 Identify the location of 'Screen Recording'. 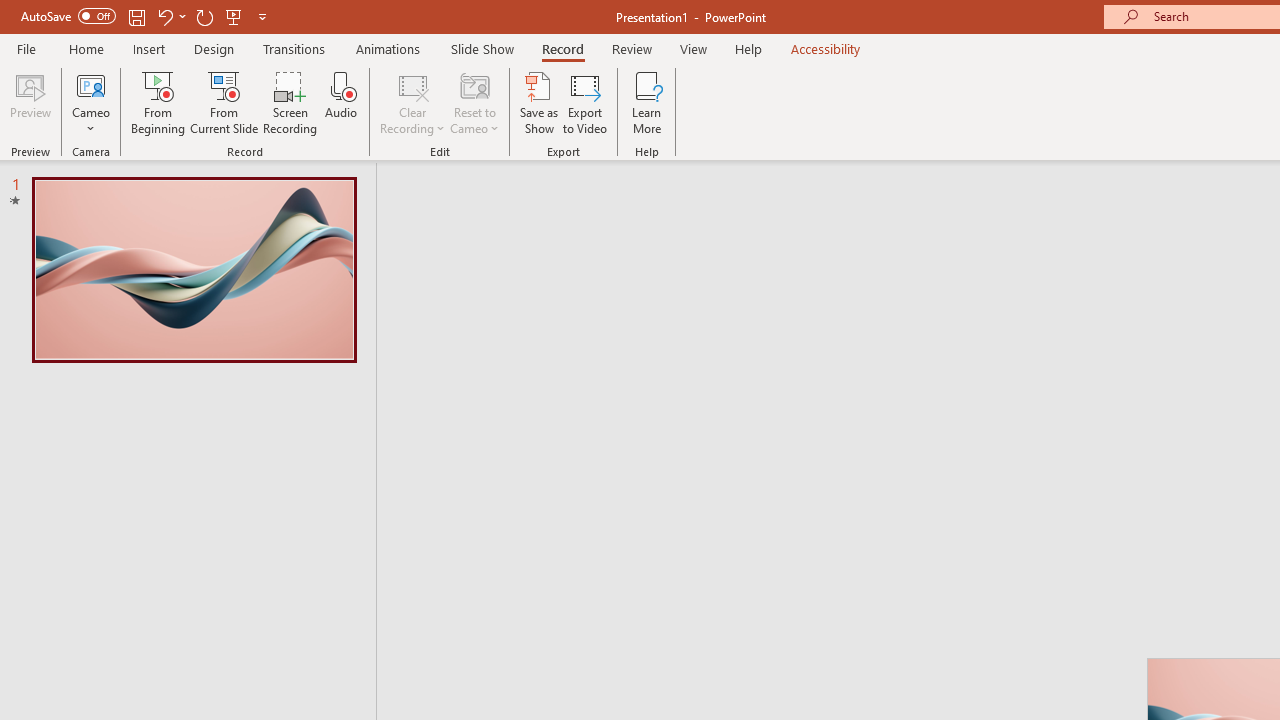
(289, 103).